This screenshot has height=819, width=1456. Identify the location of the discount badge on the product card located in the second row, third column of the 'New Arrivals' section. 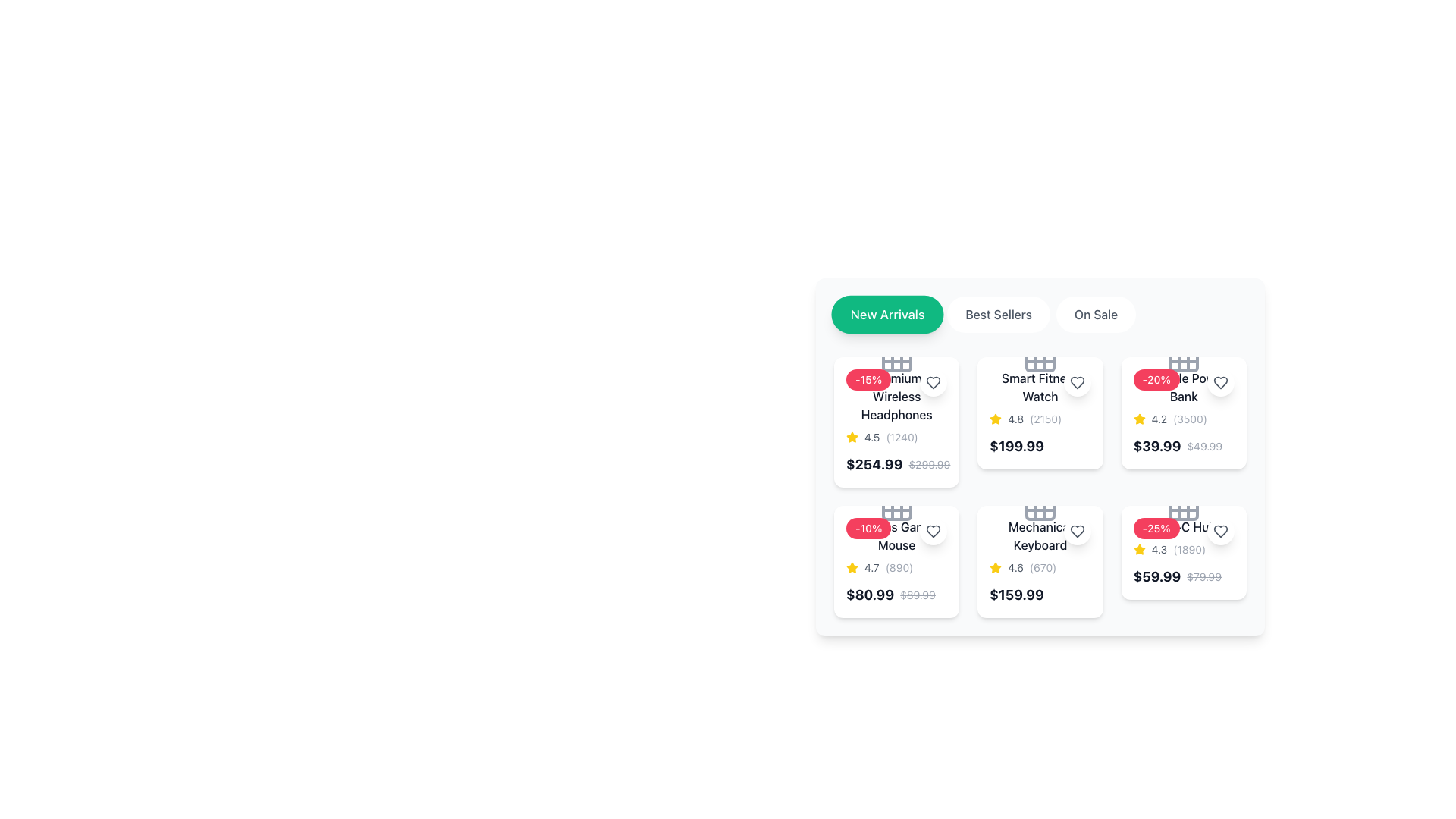
(1183, 413).